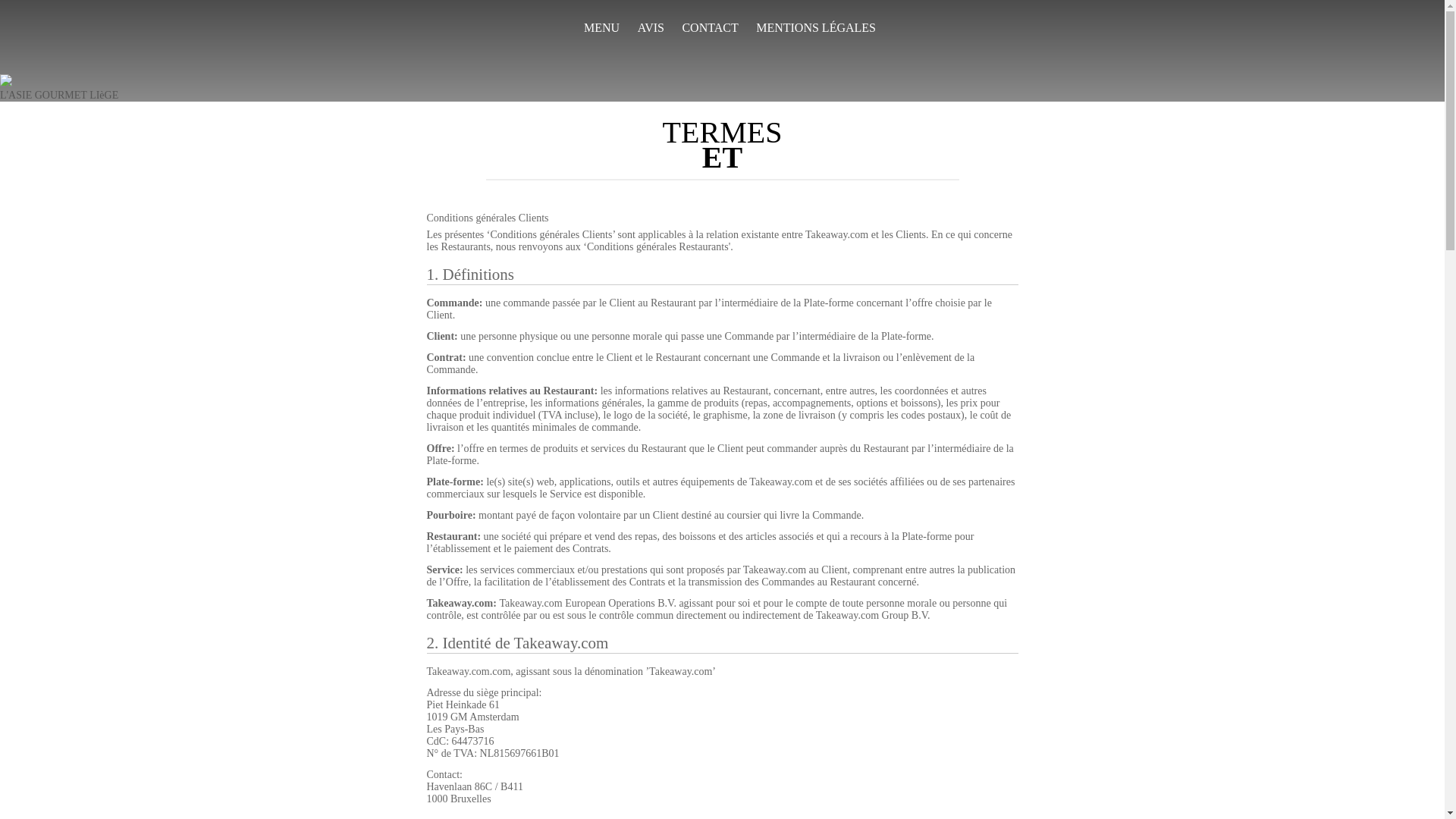 The height and width of the screenshot is (819, 1456). Describe the element at coordinates (651, 28) in the screenshot. I see `'AVIS'` at that location.